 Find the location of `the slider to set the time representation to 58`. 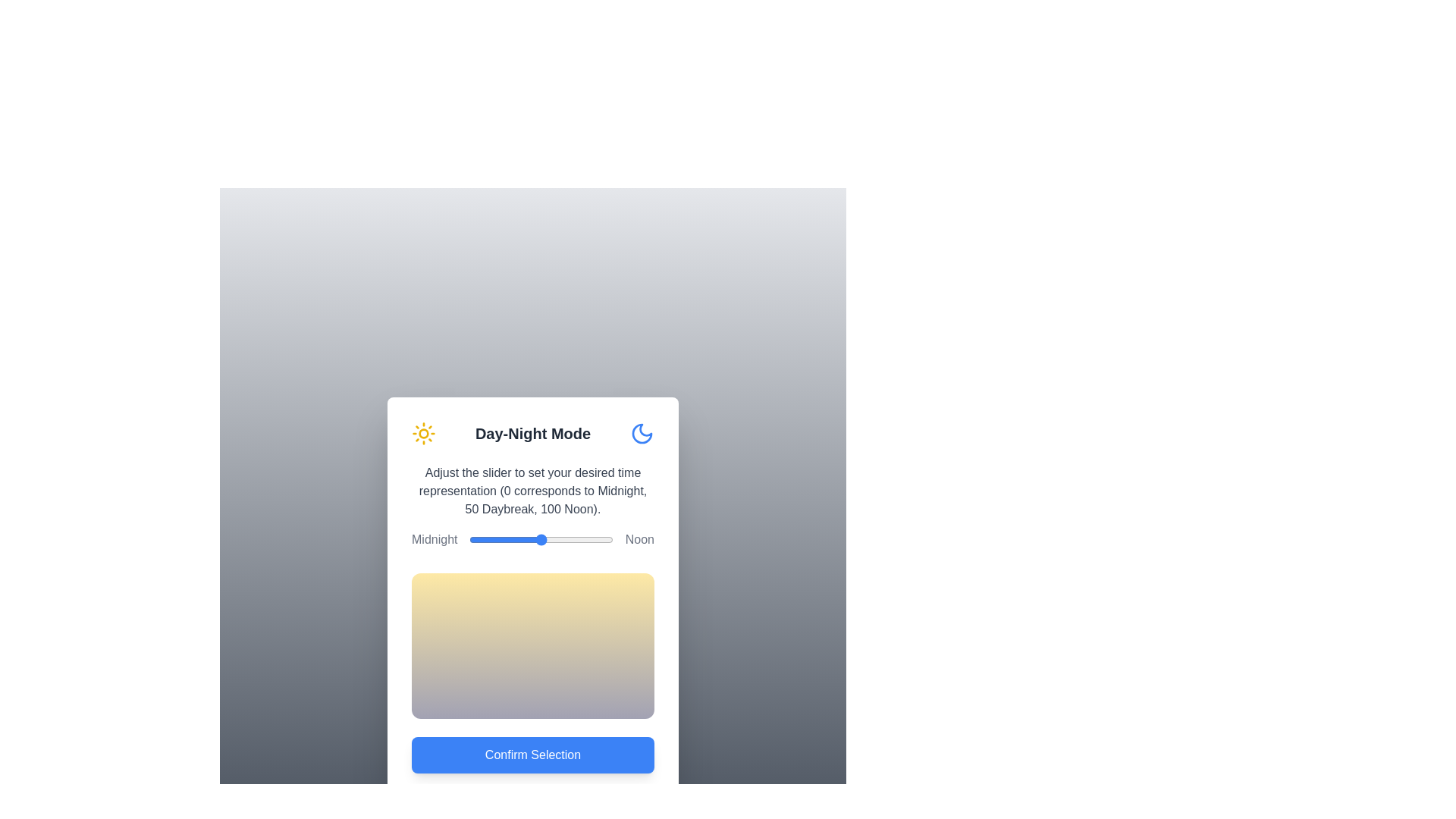

the slider to set the time representation to 58 is located at coordinates (552, 539).